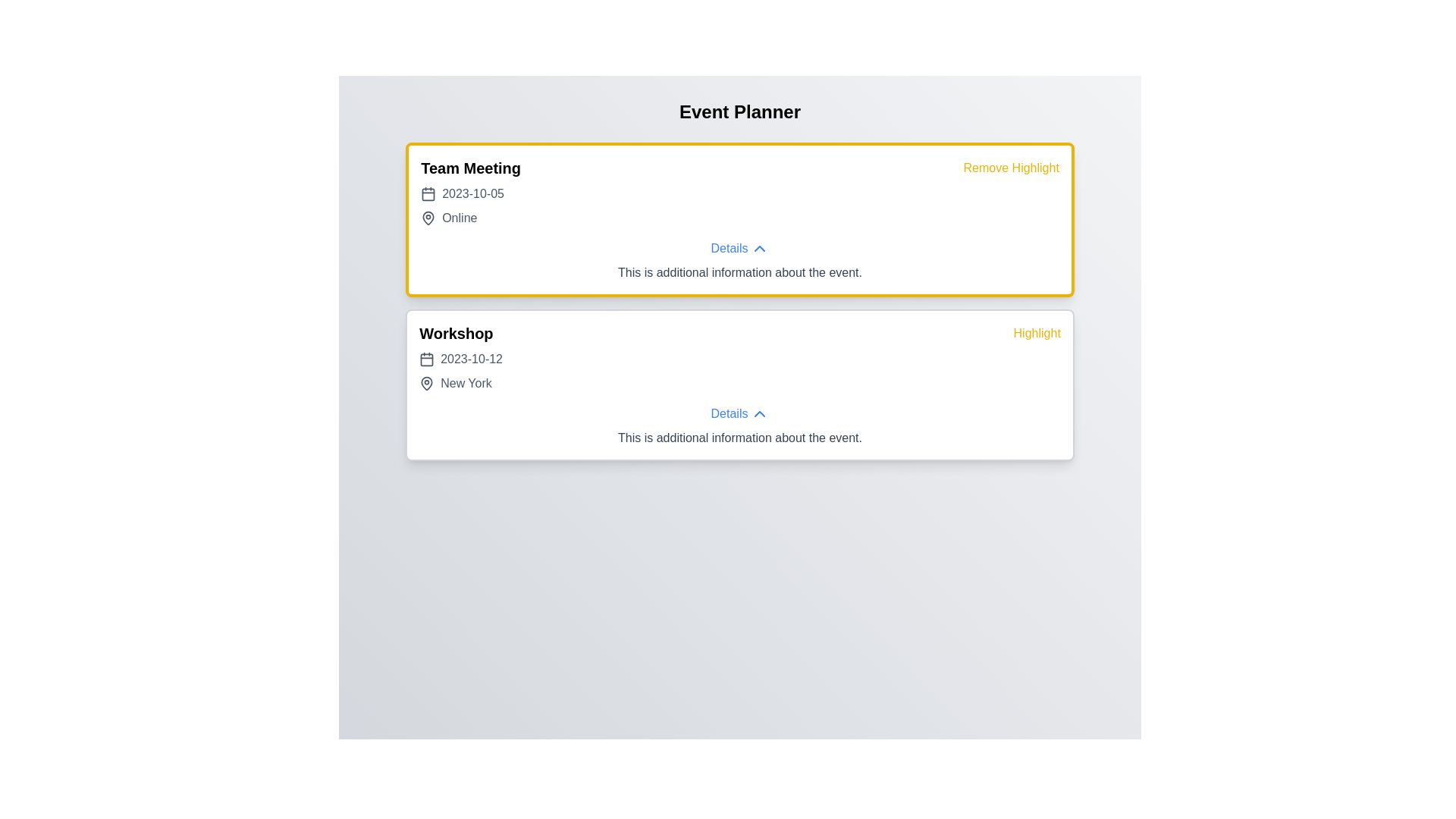 This screenshot has width=1456, height=819. Describe the element at coordinates (470, 168) in the screenshot. I see `the 'Team Meeting' text header which is displayed in bold black font and serves as the title of a section` at that location.